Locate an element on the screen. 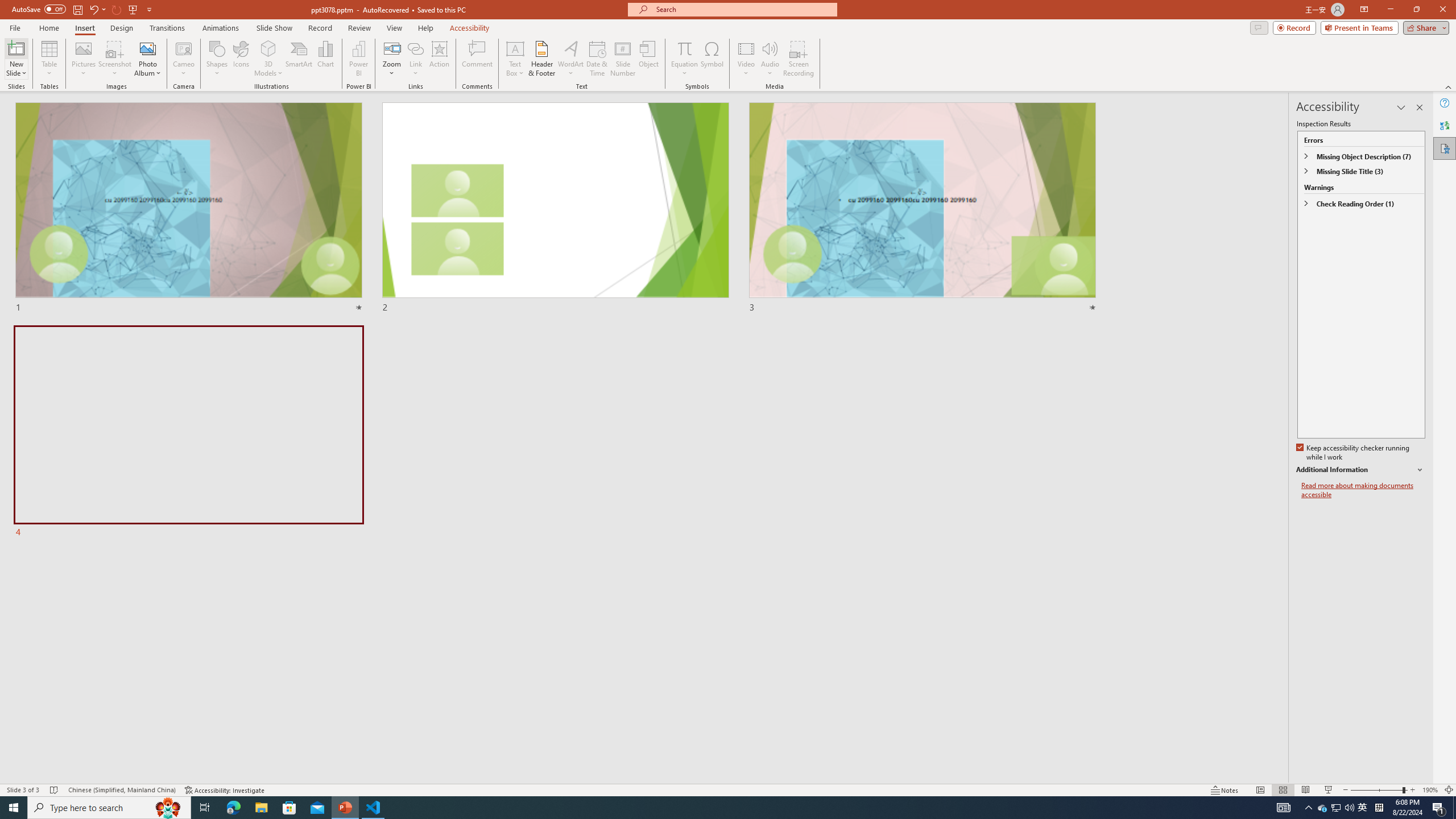 The height and width of the screenshot is (819, 1456). 'Power BI' is located at coordinates (359, 59).